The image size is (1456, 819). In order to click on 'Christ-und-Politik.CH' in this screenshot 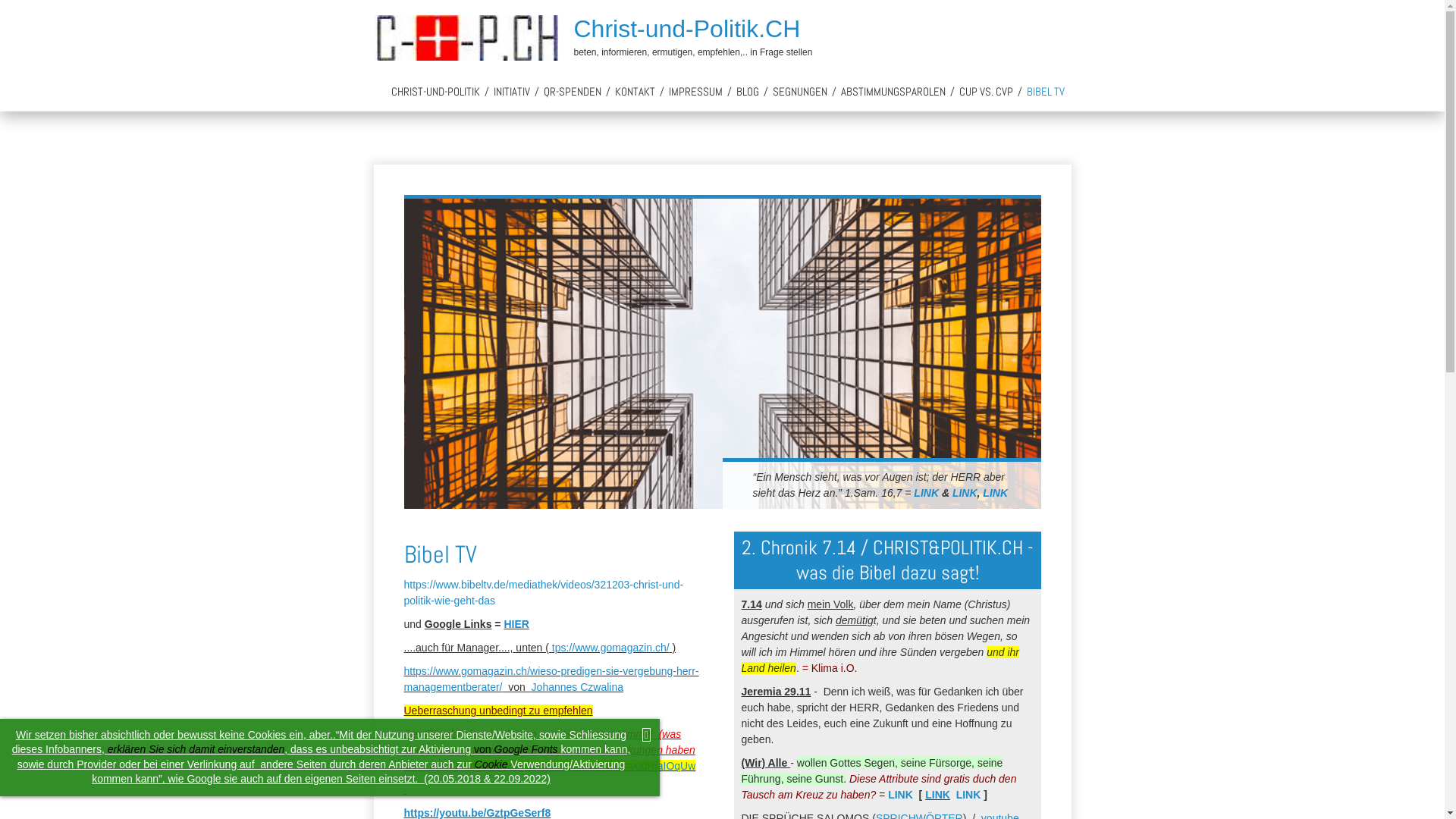, I will do `click(686, 29)`.